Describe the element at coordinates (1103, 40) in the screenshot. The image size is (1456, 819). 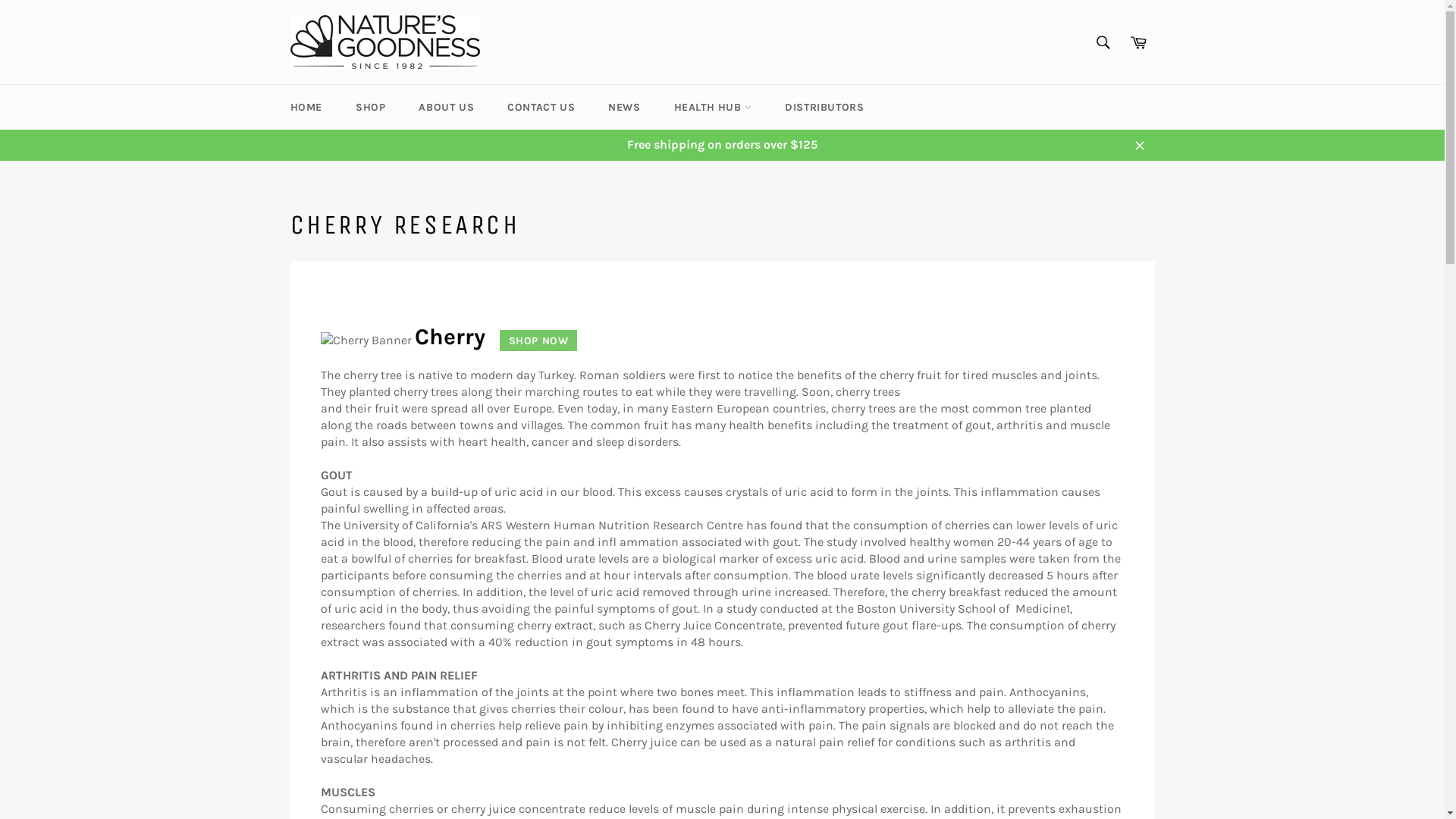
I see `'Search'` at that location.